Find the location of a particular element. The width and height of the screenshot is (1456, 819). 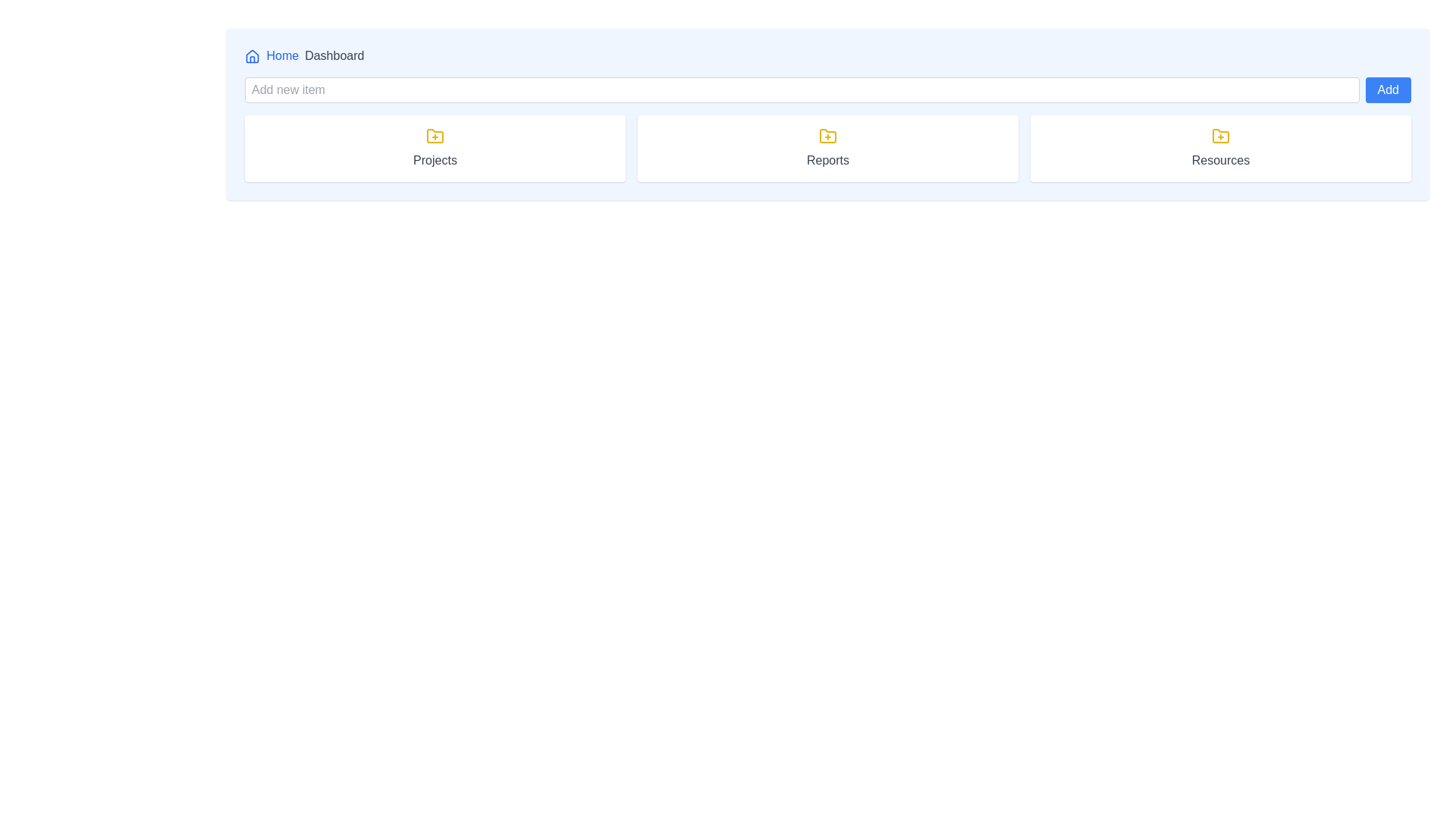

the 'Home' hyperlink located in the top-left corner of the navigational bar is located at coordinates (271, 55).